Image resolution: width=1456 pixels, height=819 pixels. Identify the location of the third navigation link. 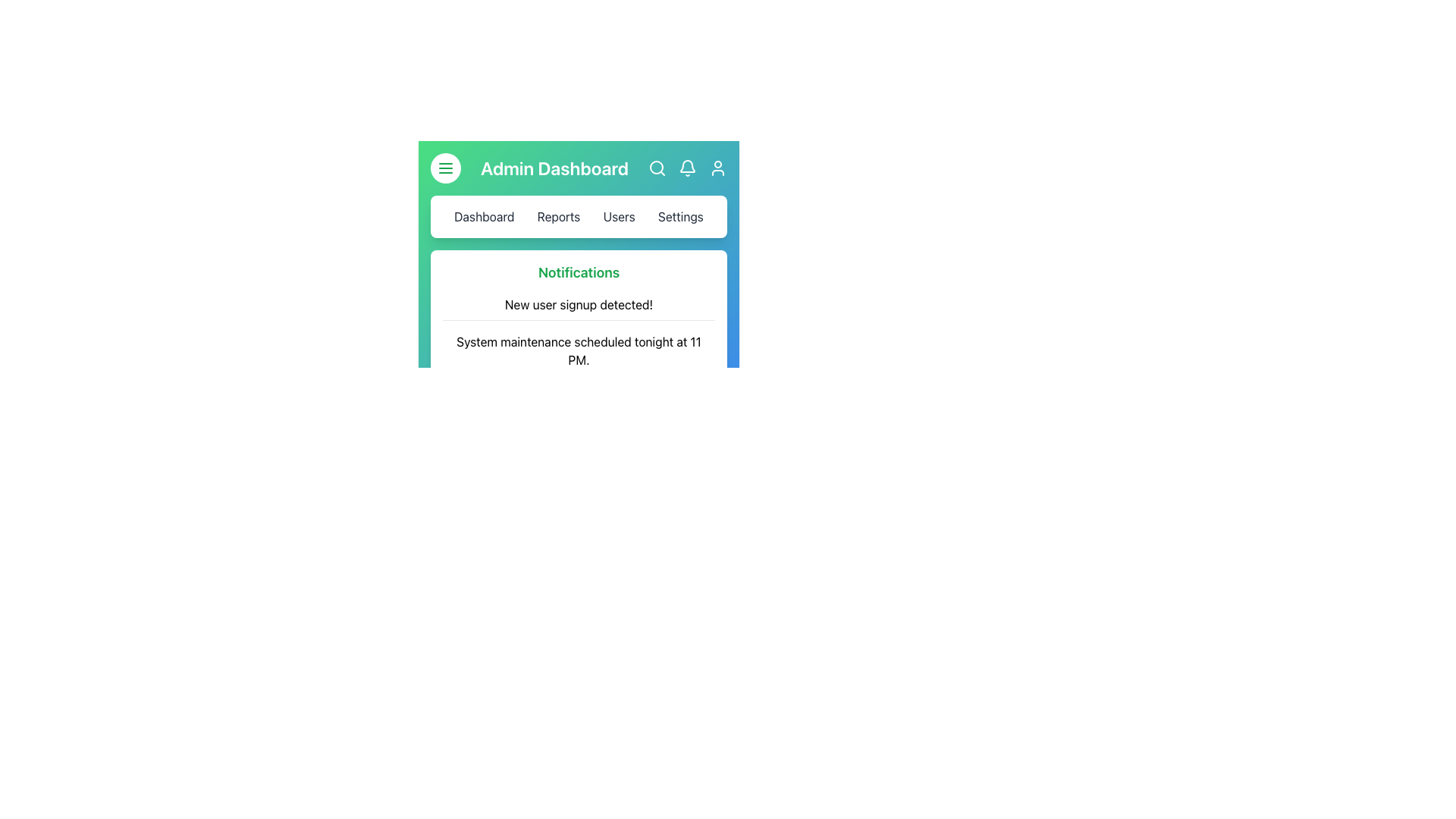
(619, 216).